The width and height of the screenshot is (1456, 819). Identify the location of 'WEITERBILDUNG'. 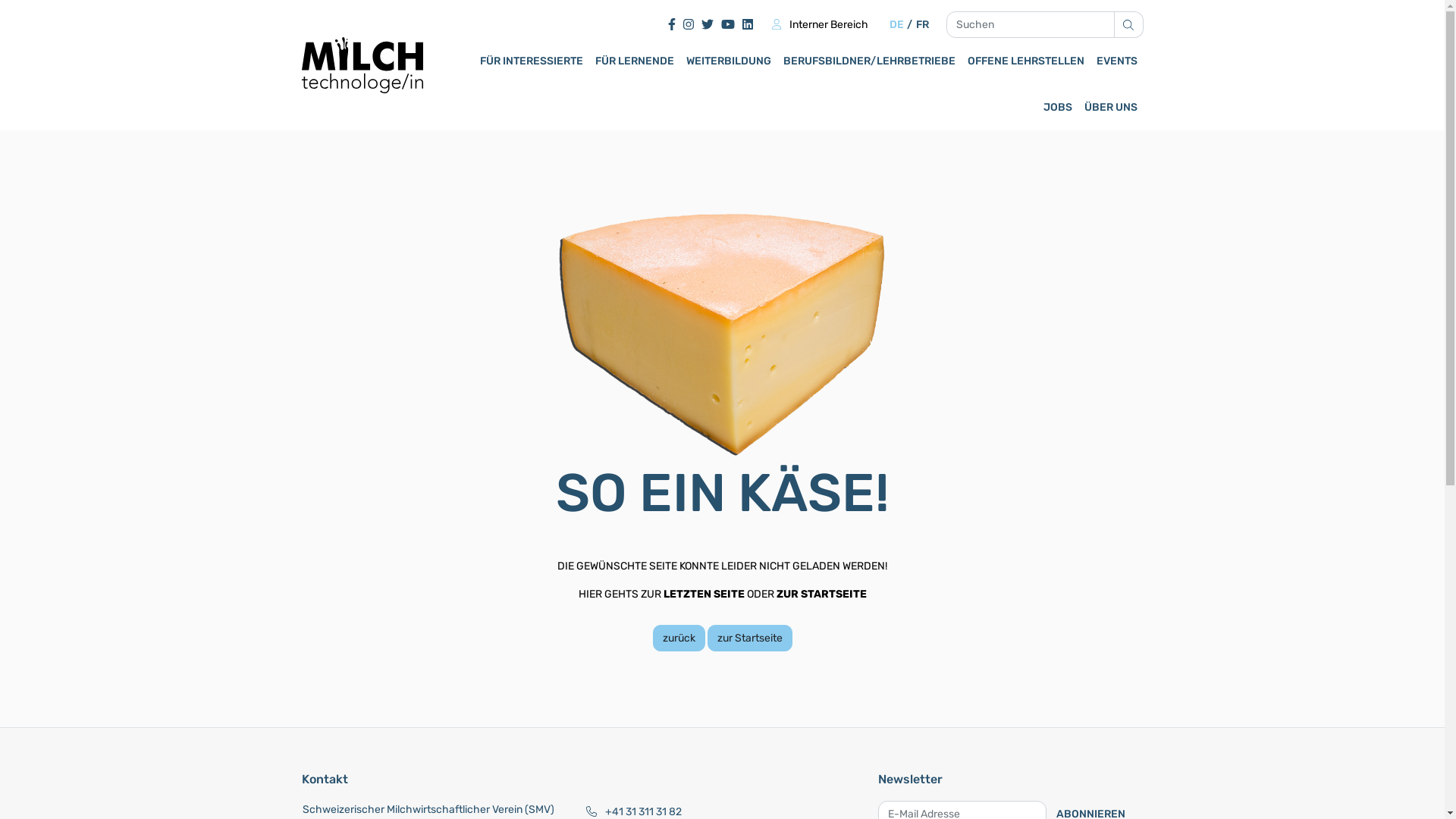
(728, 60).